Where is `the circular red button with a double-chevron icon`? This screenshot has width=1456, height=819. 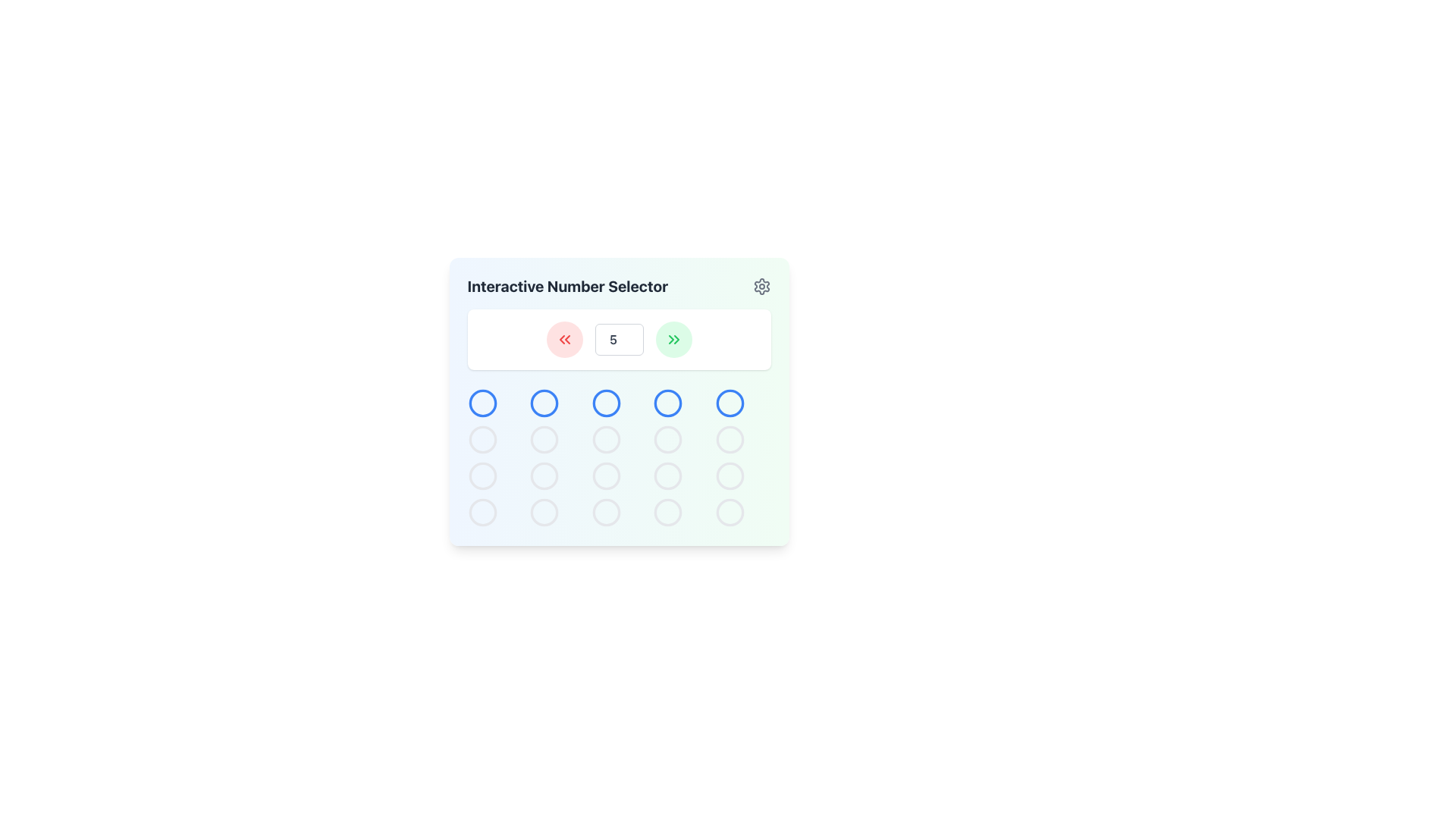 the circular red button with a double-chevron icon is located at coordinates (563, 338).